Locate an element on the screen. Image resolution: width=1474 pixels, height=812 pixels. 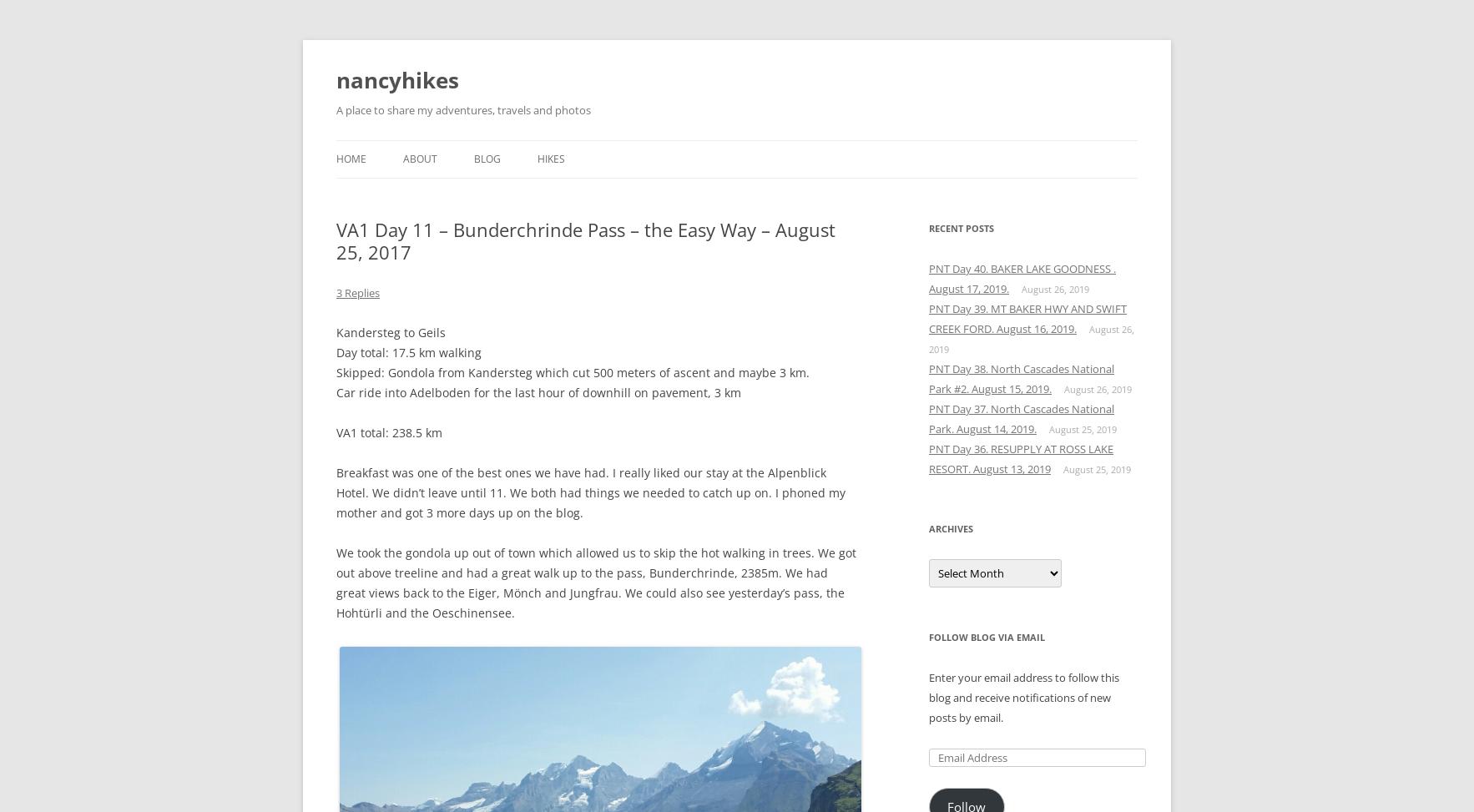
'PNT Day 37. North Cascades National Park. August 14, 2019.' is located at coordinates (1021, 417).